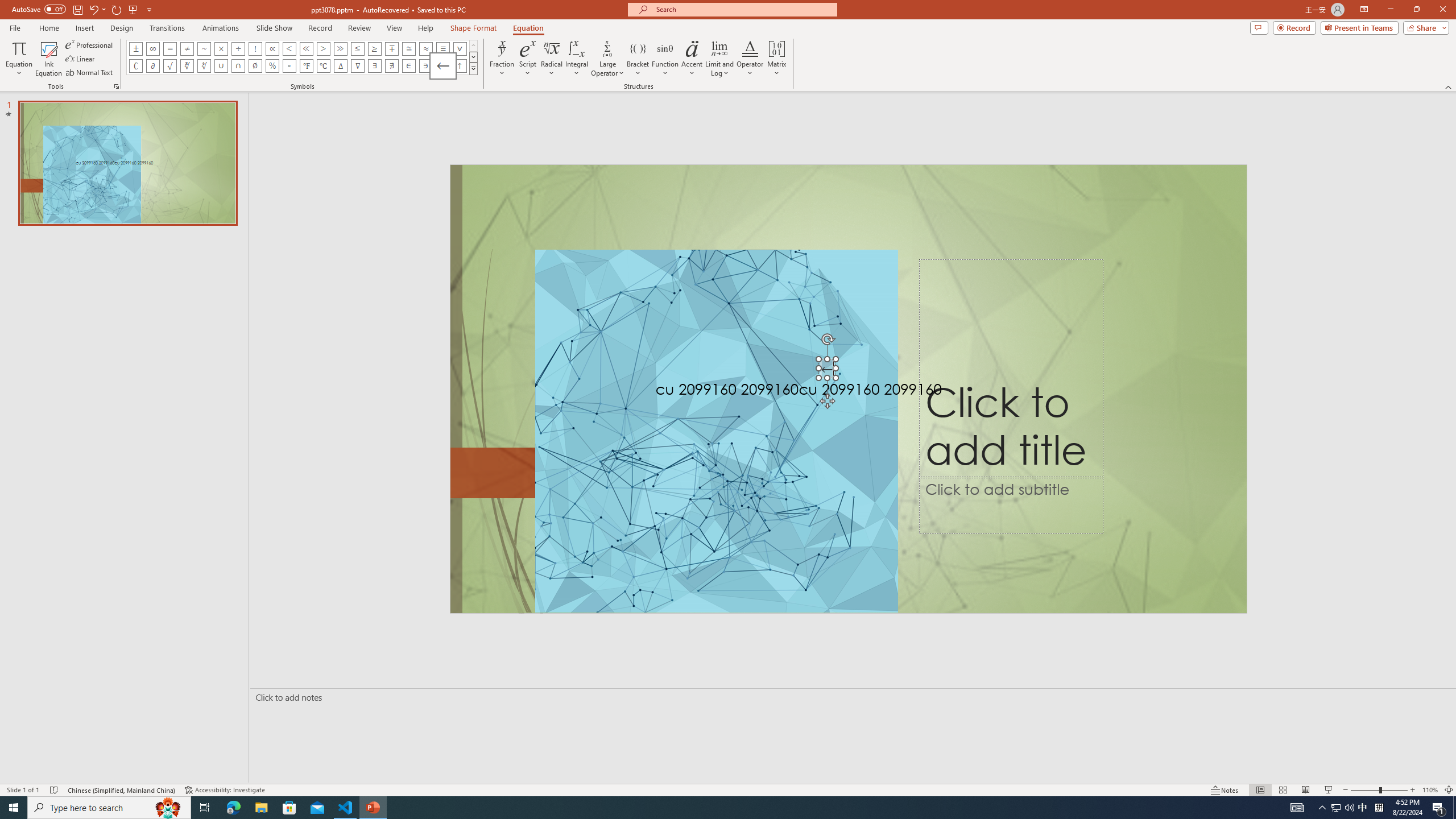 This screenshot has width=1456, height=819. I want to click on 'Equation', so click(528, 28).